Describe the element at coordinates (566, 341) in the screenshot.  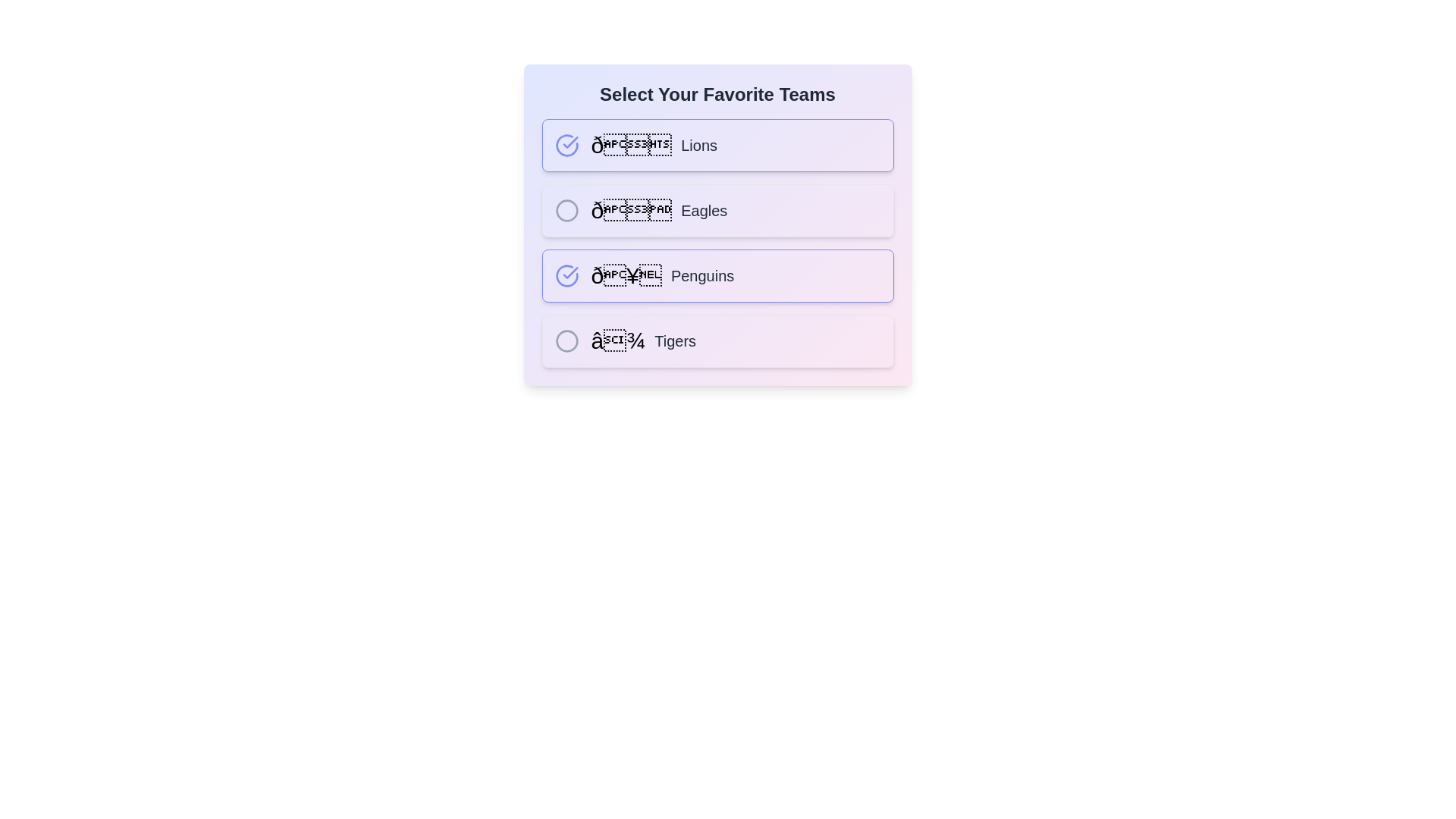
I see `the team Tigers` at that location.